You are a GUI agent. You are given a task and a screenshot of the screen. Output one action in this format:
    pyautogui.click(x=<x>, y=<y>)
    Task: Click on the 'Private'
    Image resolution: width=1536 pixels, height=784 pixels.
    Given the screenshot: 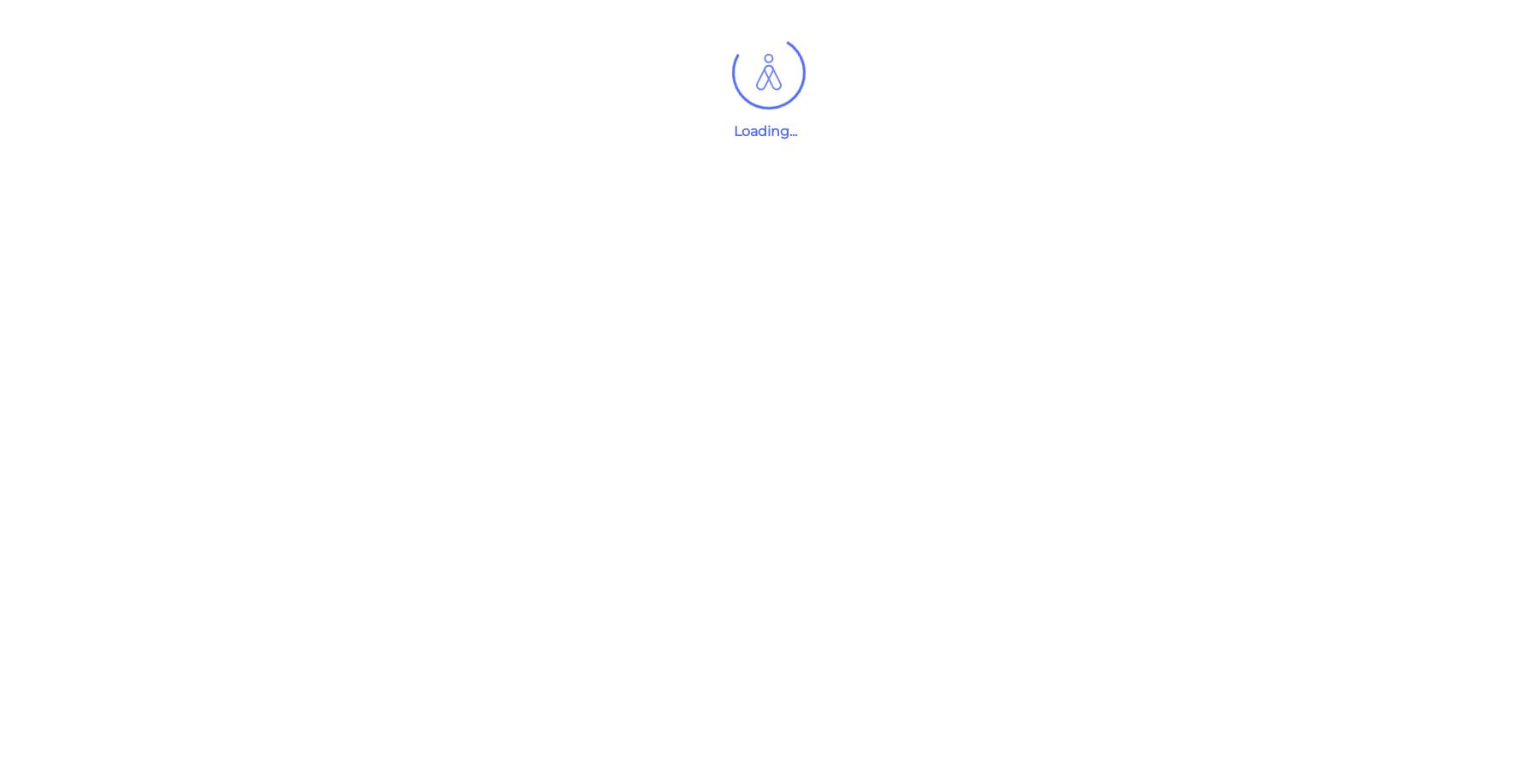 What is the action you would take?
    pyautogui.click(x=126, y=310)
    